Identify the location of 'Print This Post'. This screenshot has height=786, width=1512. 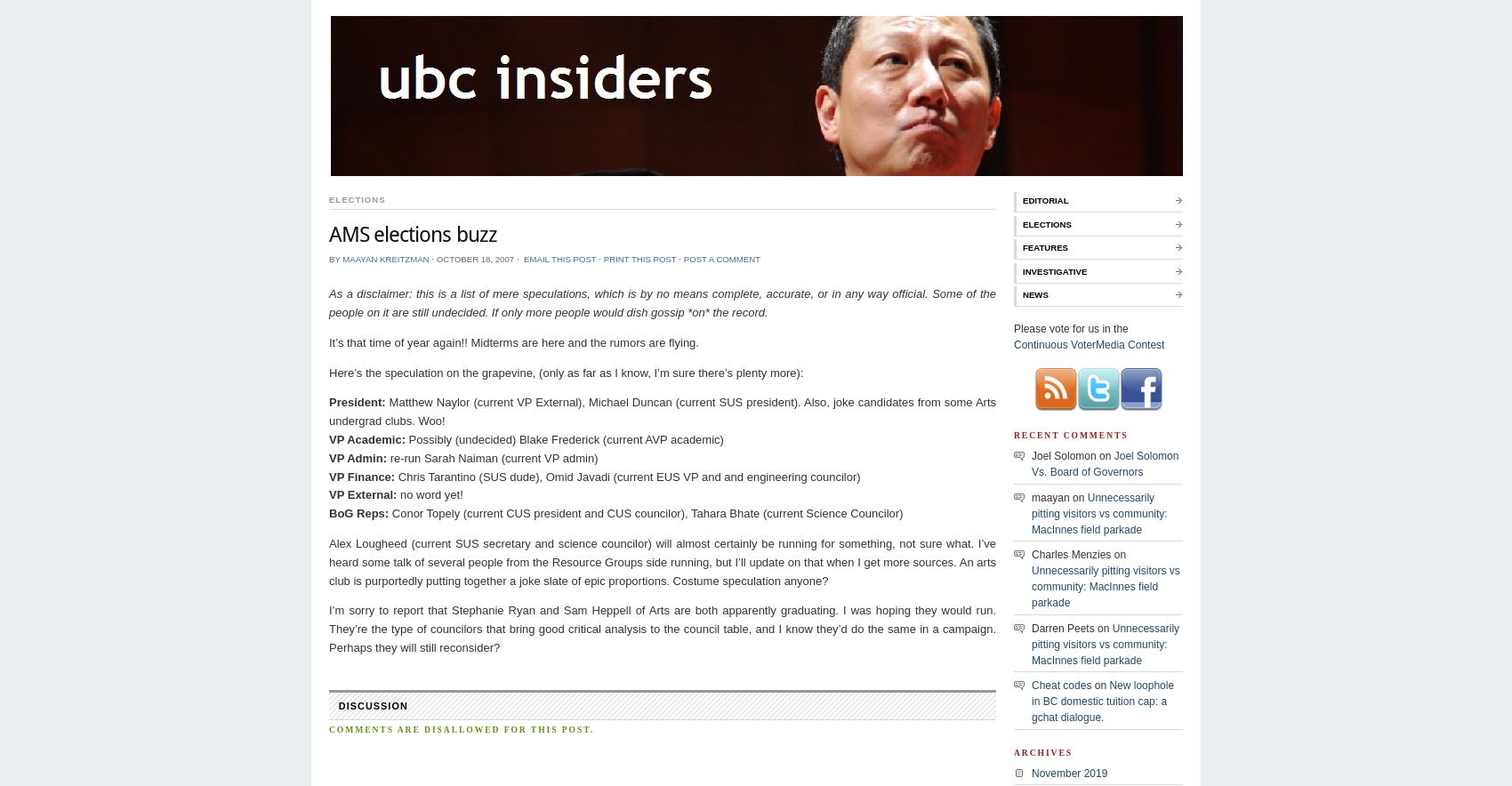
(639, 257).